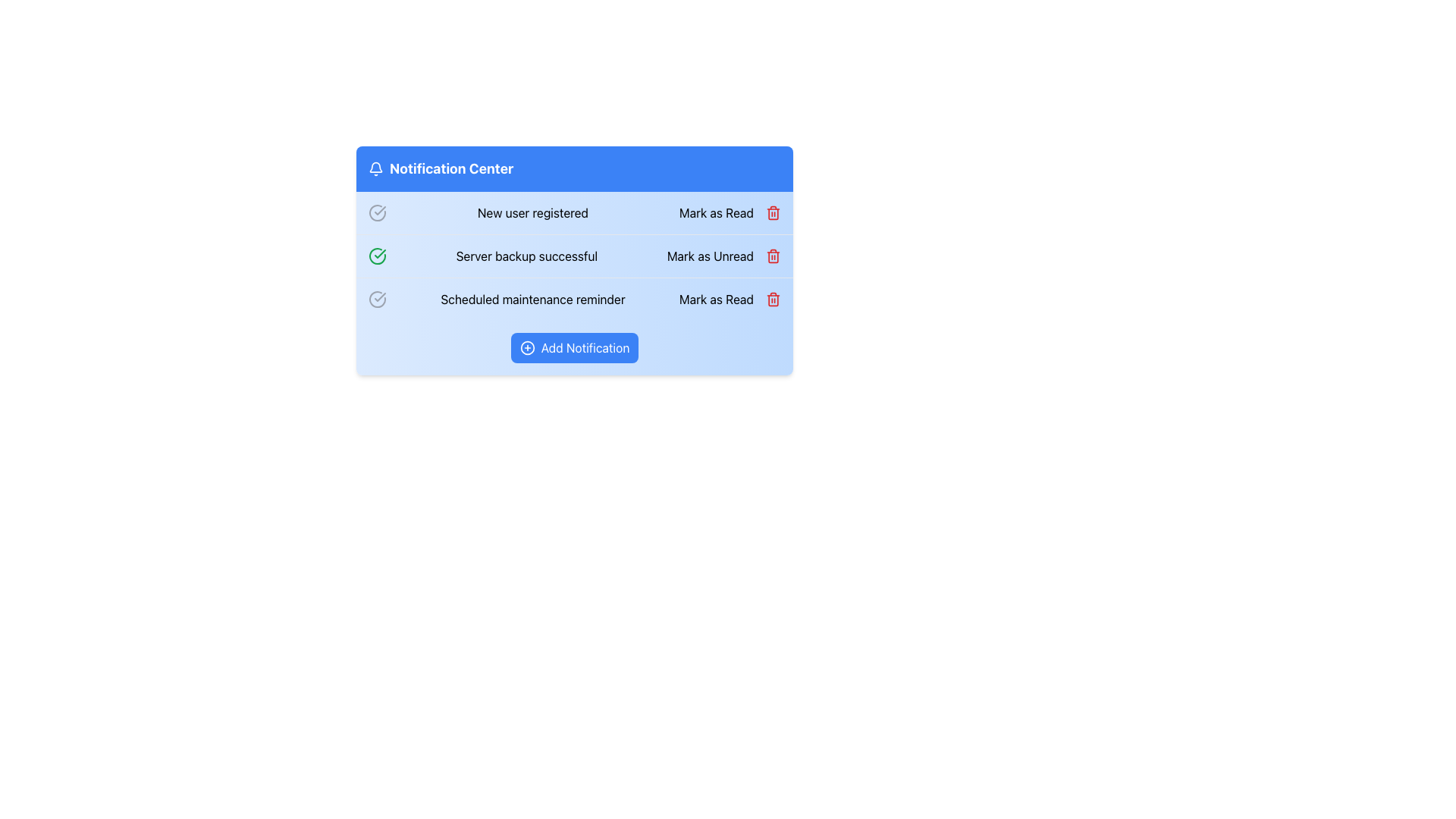 This screenshot has height=819, width=1456. Describe the element at coordinates (380, 253) in the screenshot. I see `the circular icon that indicates success for the 'Server backup successful' notification, located to the left of the text and positioned in the second notification item of the list` at that location.